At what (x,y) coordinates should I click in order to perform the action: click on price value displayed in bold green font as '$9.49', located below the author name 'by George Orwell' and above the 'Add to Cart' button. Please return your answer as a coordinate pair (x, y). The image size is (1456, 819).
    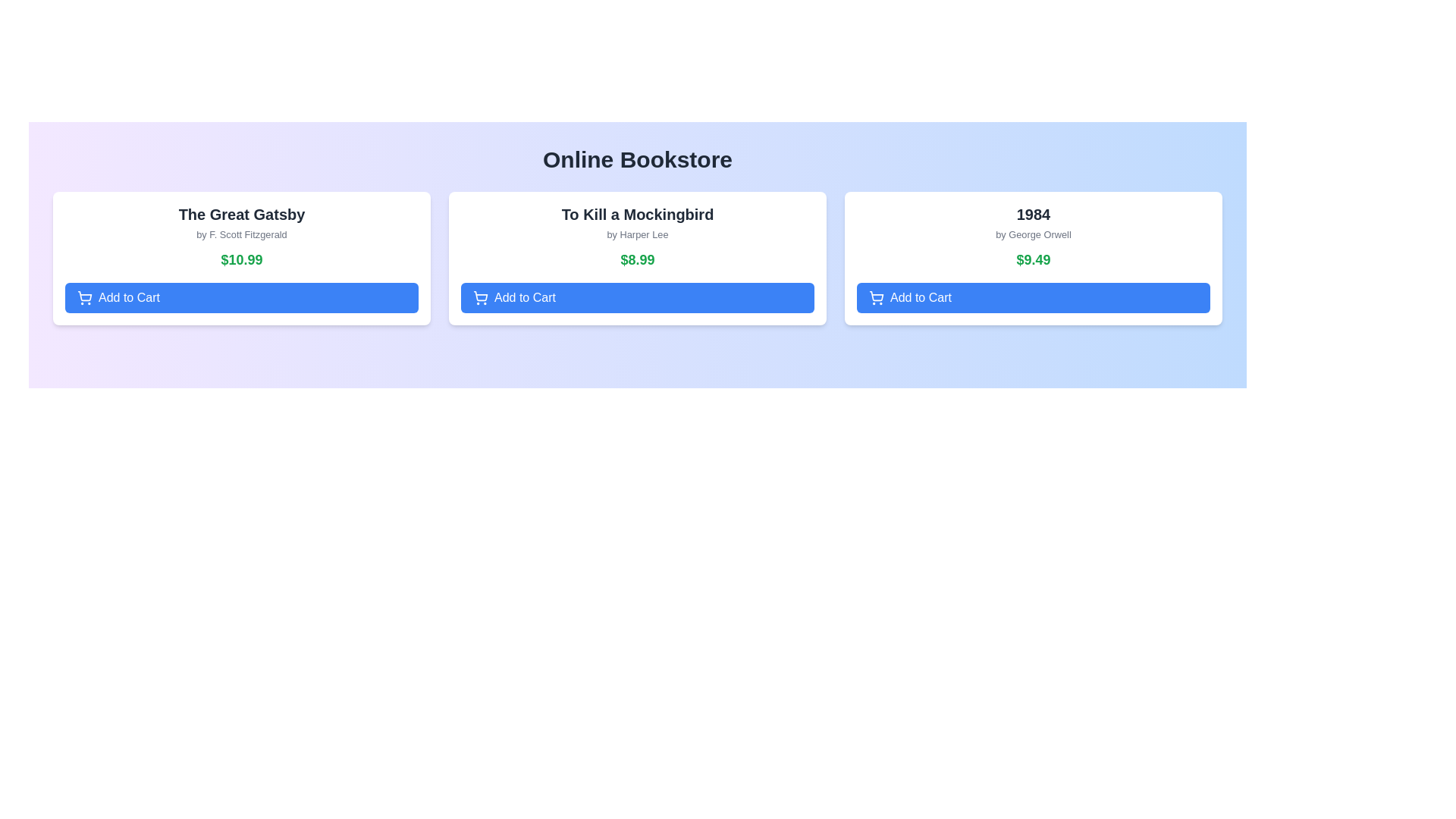
    Looking at the image, I should click on (1033, 259).